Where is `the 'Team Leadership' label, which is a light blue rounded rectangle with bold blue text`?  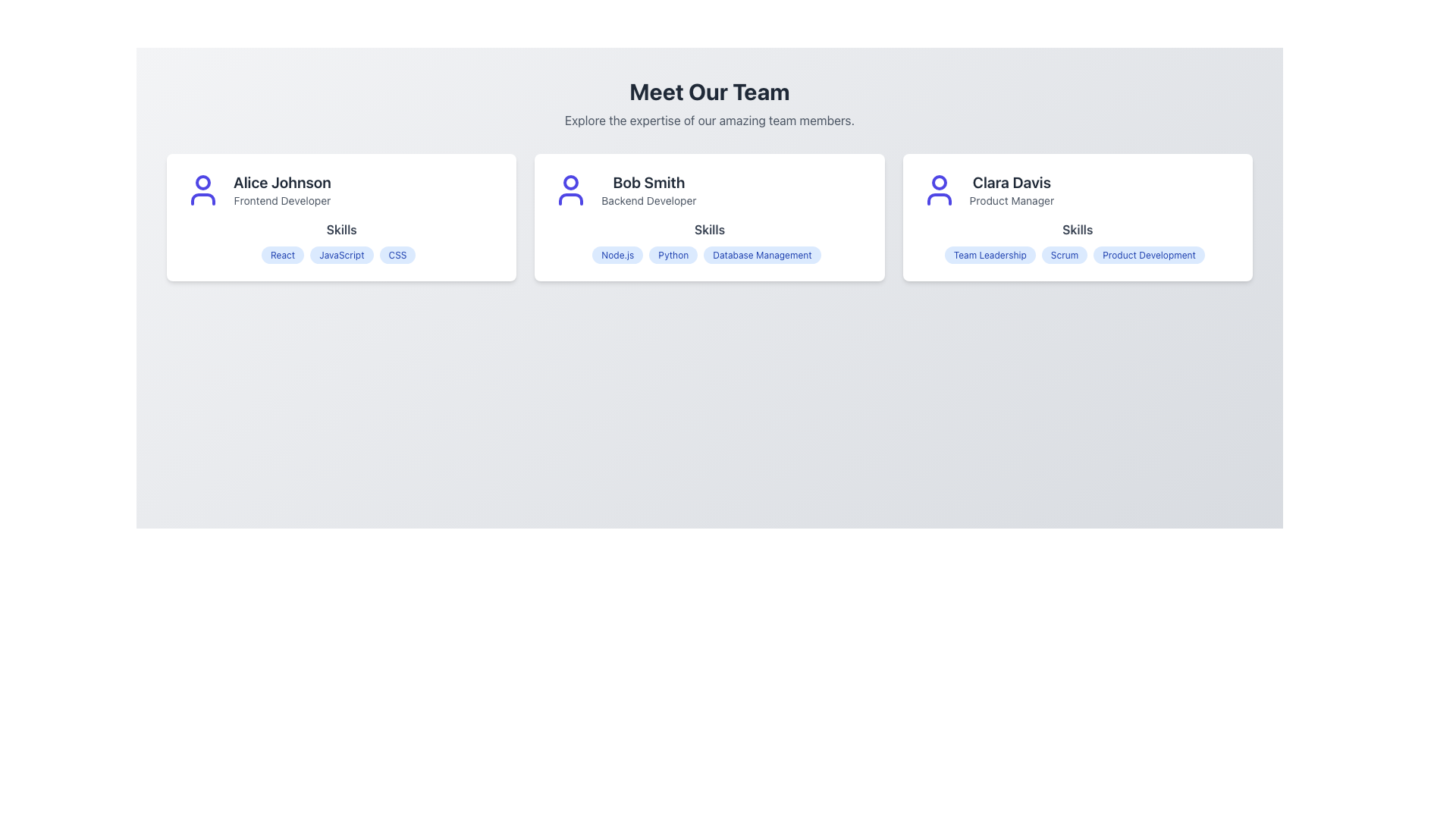
the 'Team Leadership' label, which is a light blue rounded rectangle with bold blue text is located at coordinates (990, 254).